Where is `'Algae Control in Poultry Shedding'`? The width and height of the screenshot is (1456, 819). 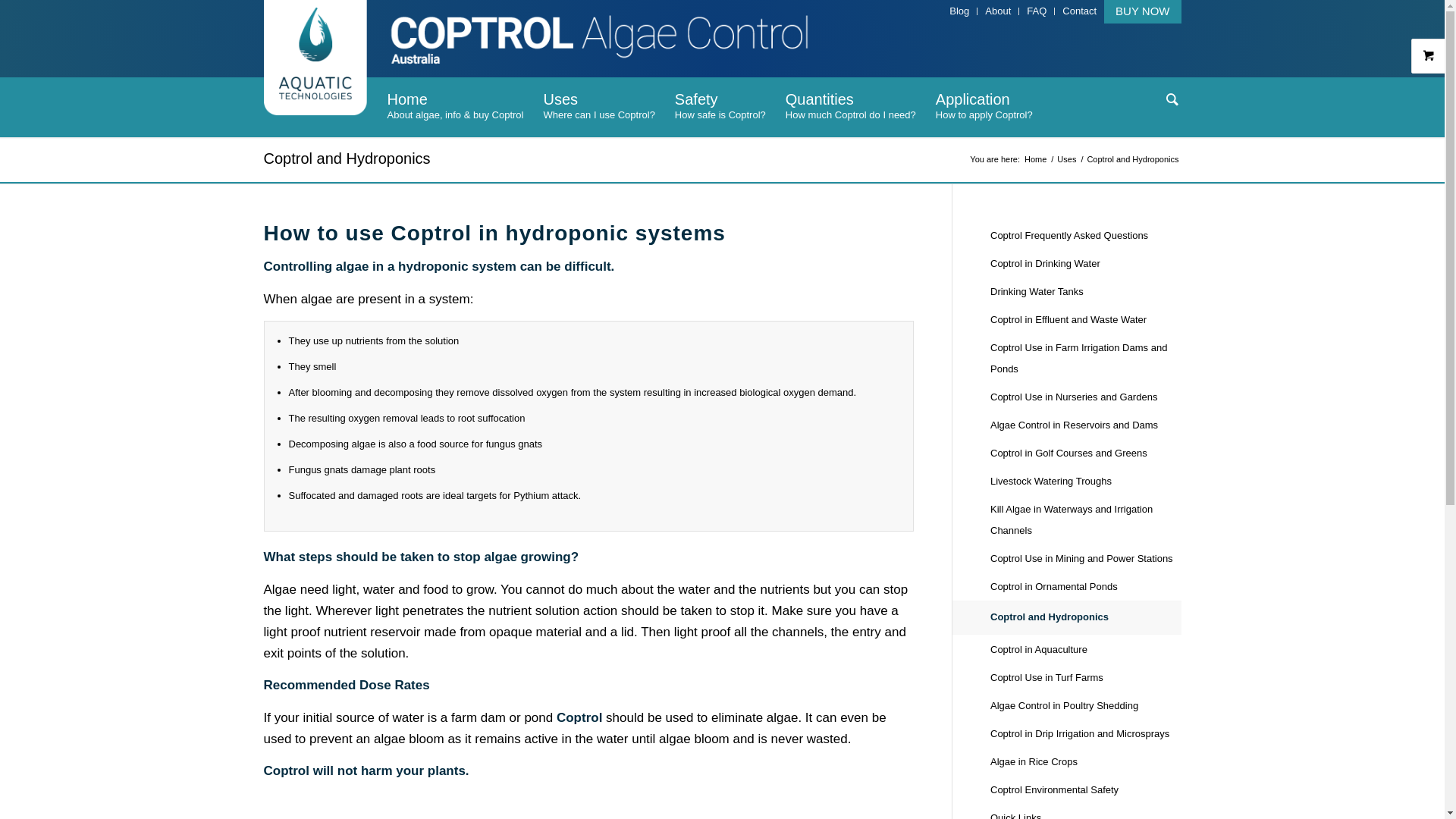
'Algae Control in Poultry Shedding' is located at coordinates (1084, 706).